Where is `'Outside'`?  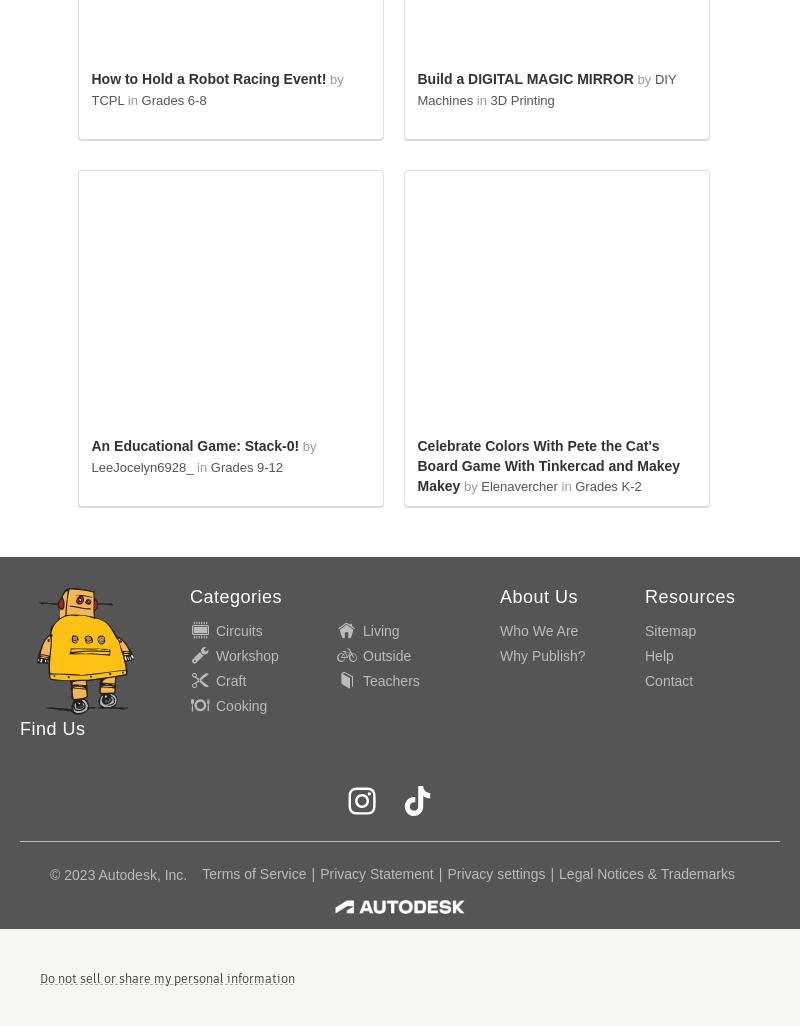 'Outside' is located at coordinates (362, 654).